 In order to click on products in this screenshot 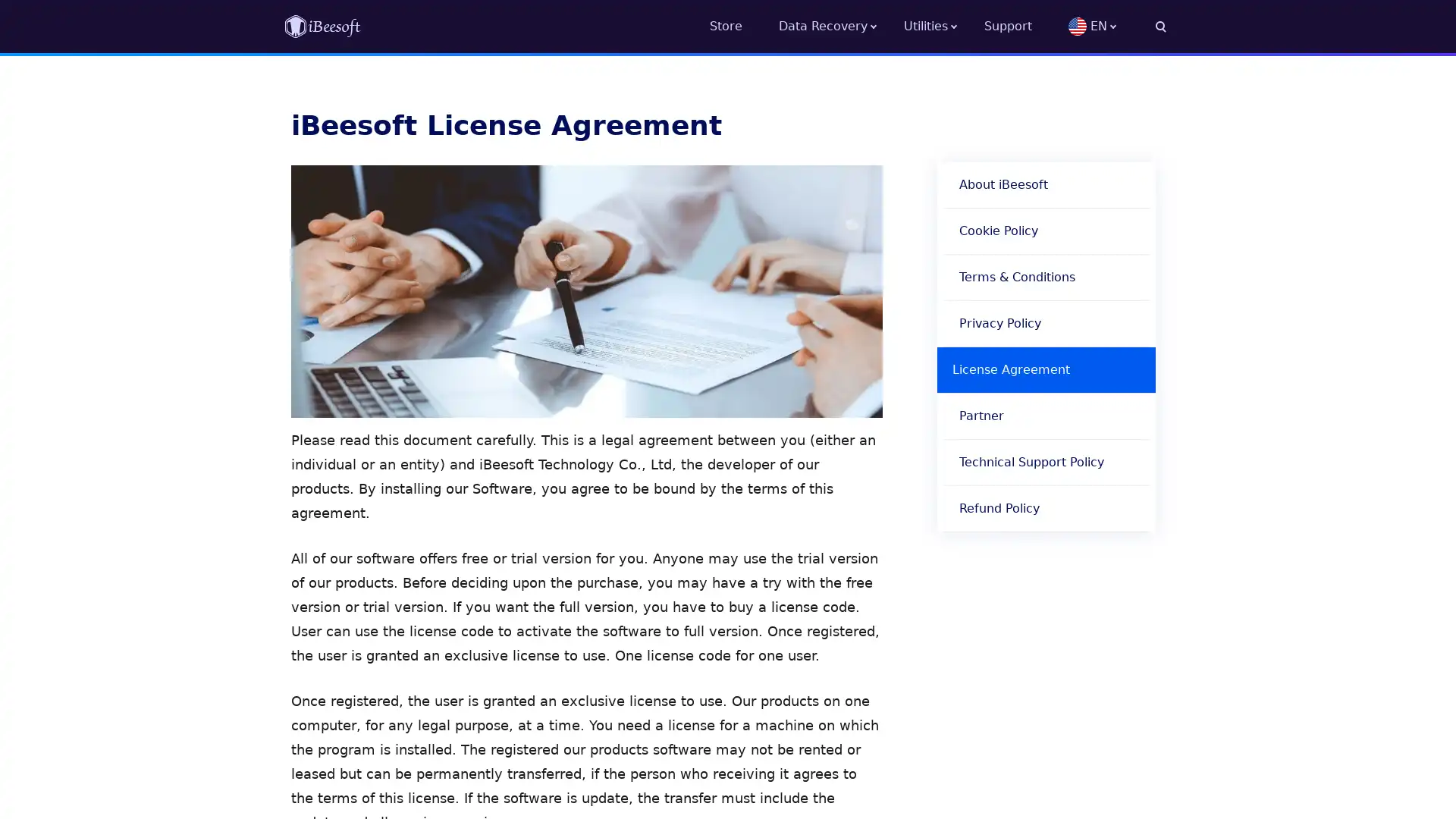, I will do `click(943, 26)`.